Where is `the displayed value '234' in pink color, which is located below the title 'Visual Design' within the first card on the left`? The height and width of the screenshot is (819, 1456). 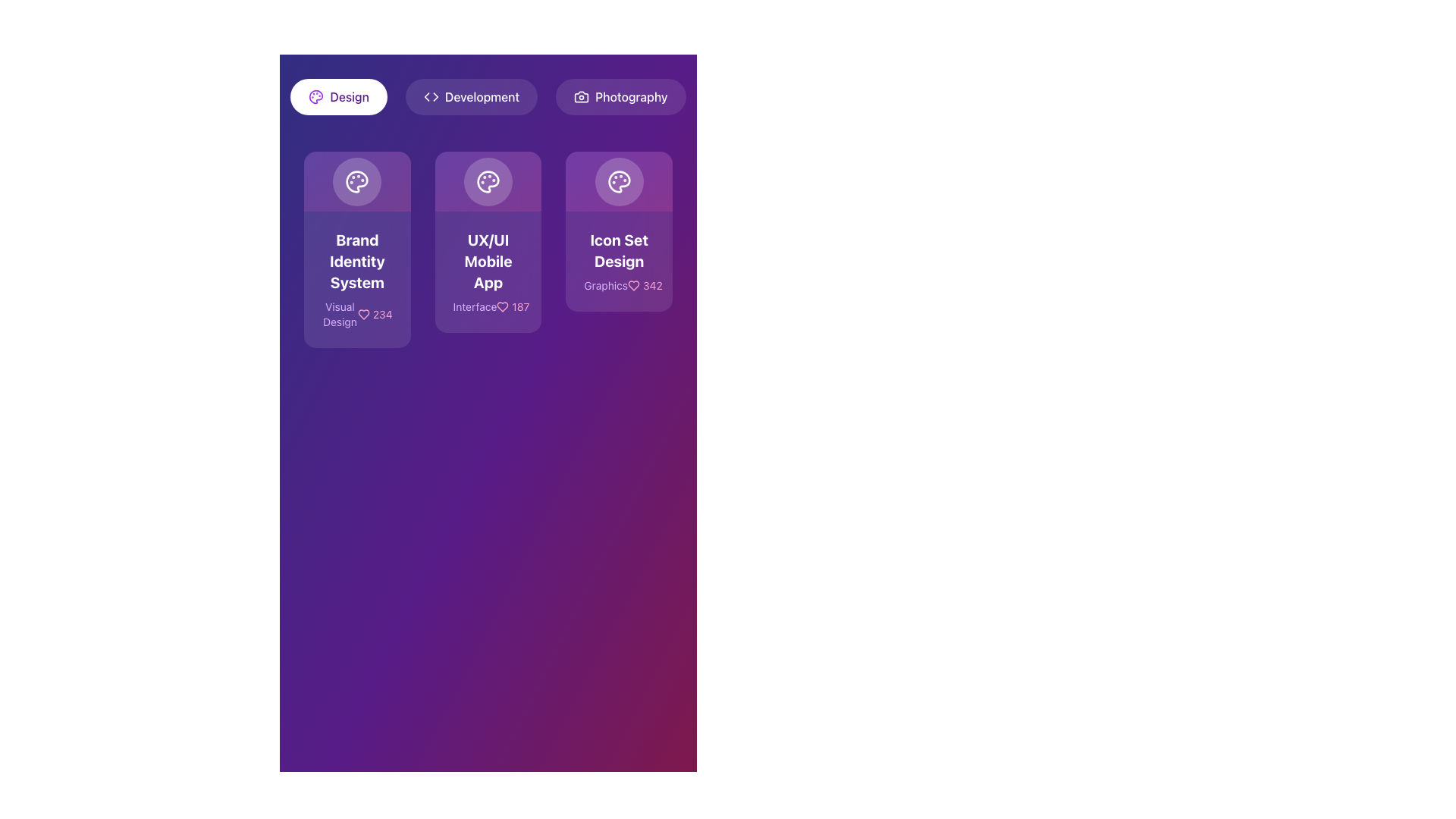 the displayed value '234' in pink color, which is located below the title 'Visual Design' within the first card on the left is located at coordinates (375, 314).